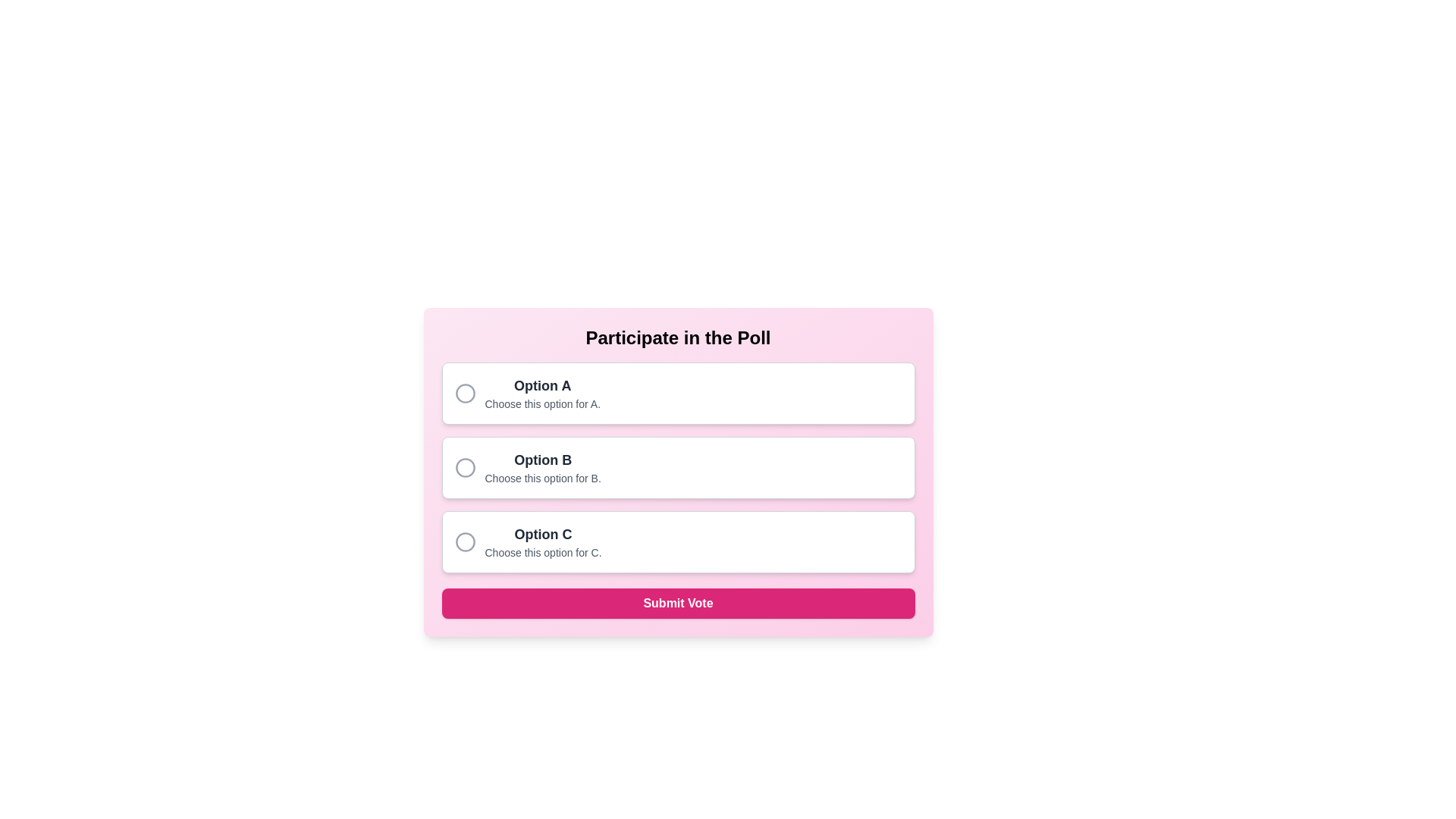  What do you see at coordinates (543, 459) in the screenshot?
I see `the Text label that identifies the second option in the poll setup, which is positioned above the descriptive text 'Choose this option for B.'` at bounding box center [543, 459].